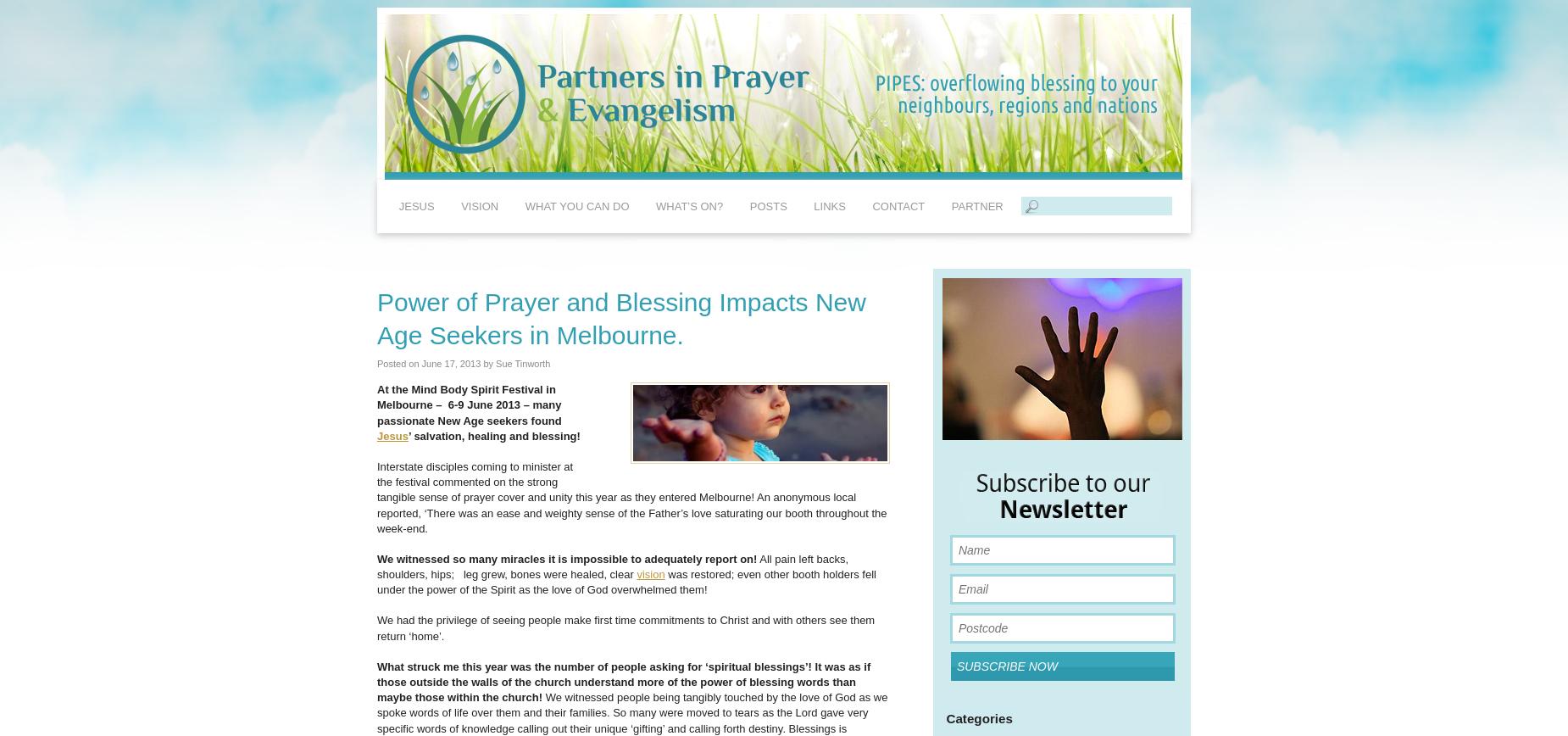  Describe the element at coordinates (469, 404) in the screenshot. I see `'At the Mind Body Spirit Festival in Melbourne –  6-9 June 2013 – many passionate New Age seekers found'` at that location.